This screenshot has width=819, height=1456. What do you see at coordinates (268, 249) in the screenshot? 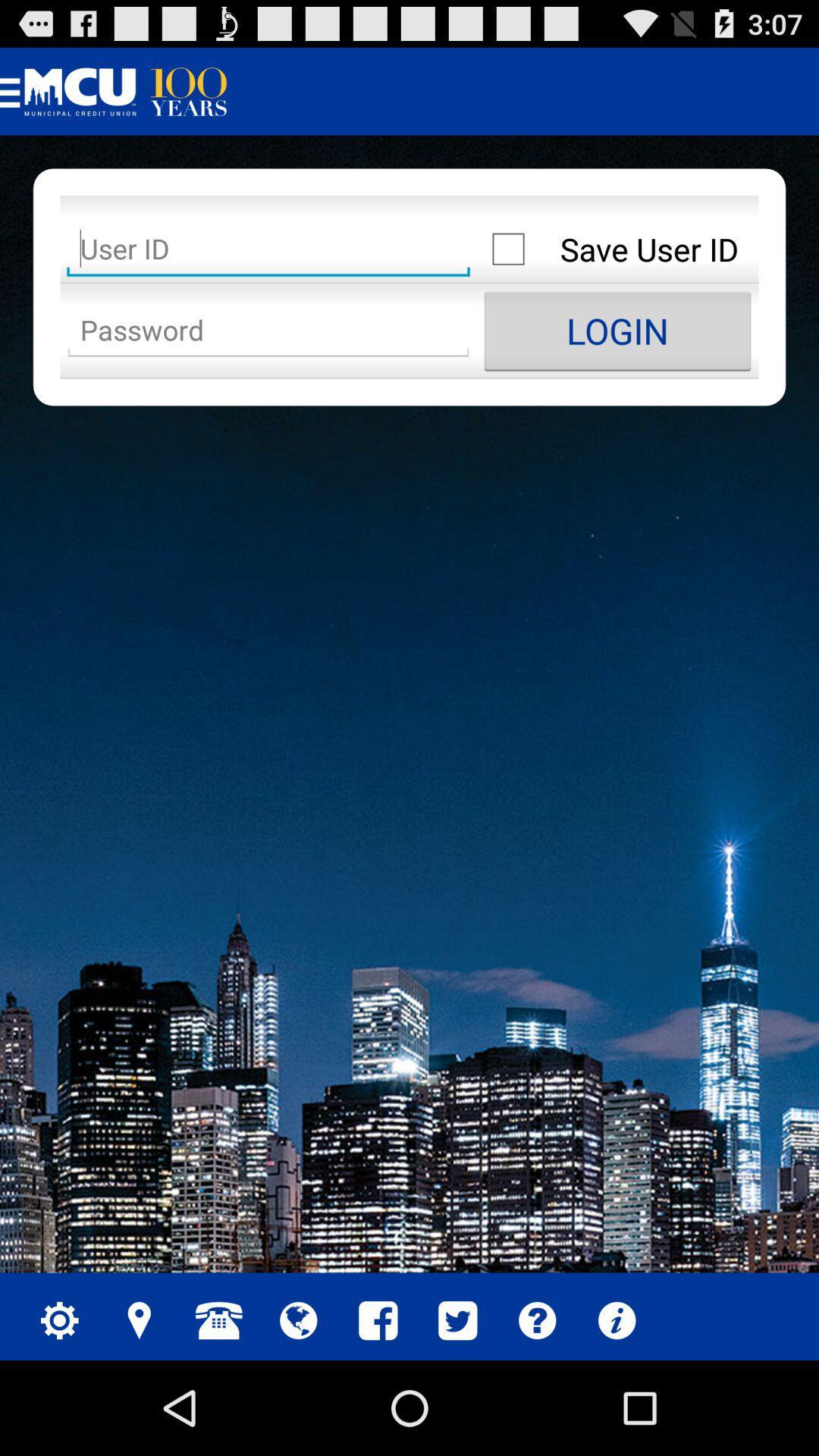
I see `user id` at bounding box center [268, 249].